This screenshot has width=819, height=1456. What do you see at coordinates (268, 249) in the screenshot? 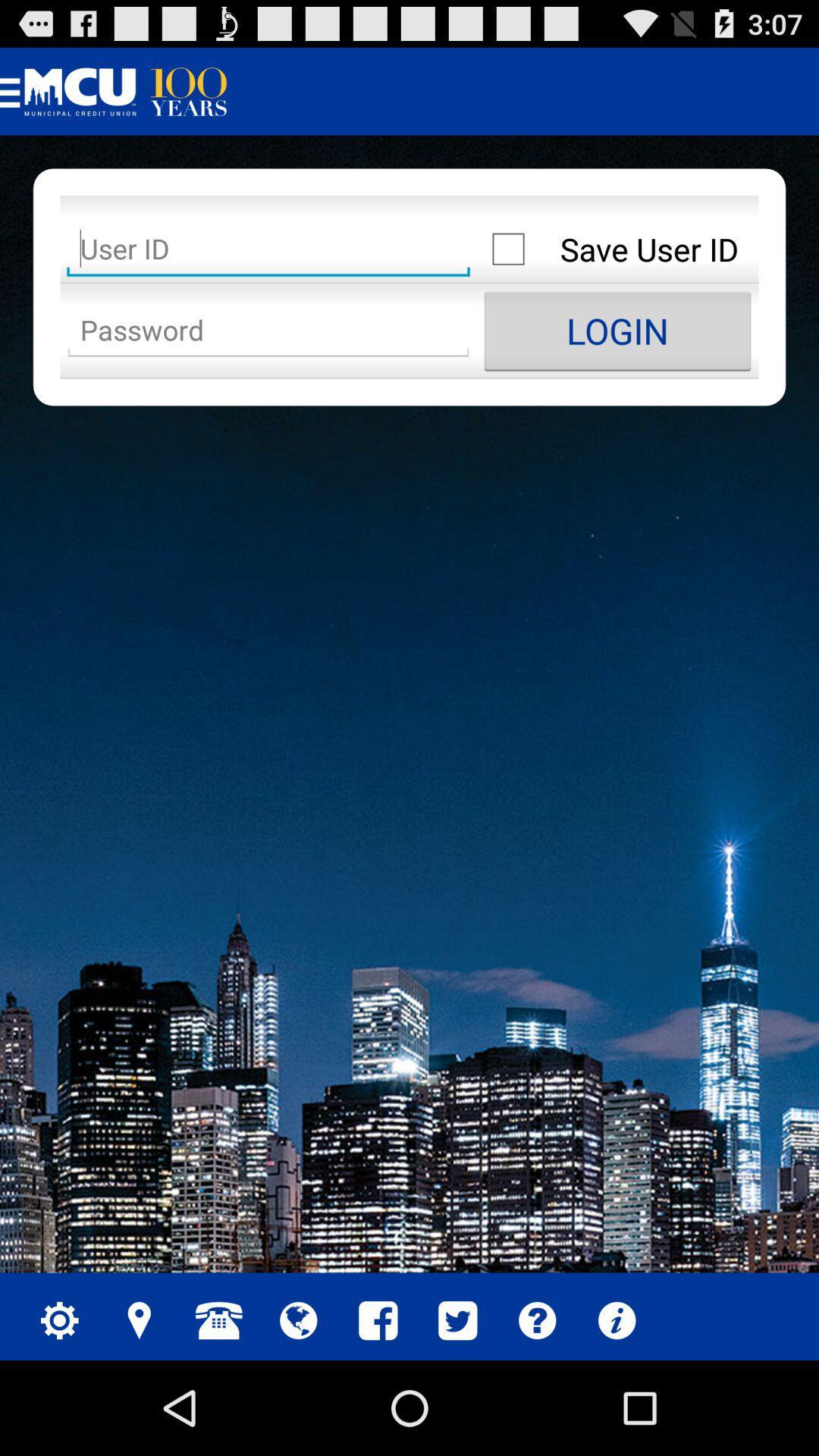
I see `user id` at bounding box center [268, 249].